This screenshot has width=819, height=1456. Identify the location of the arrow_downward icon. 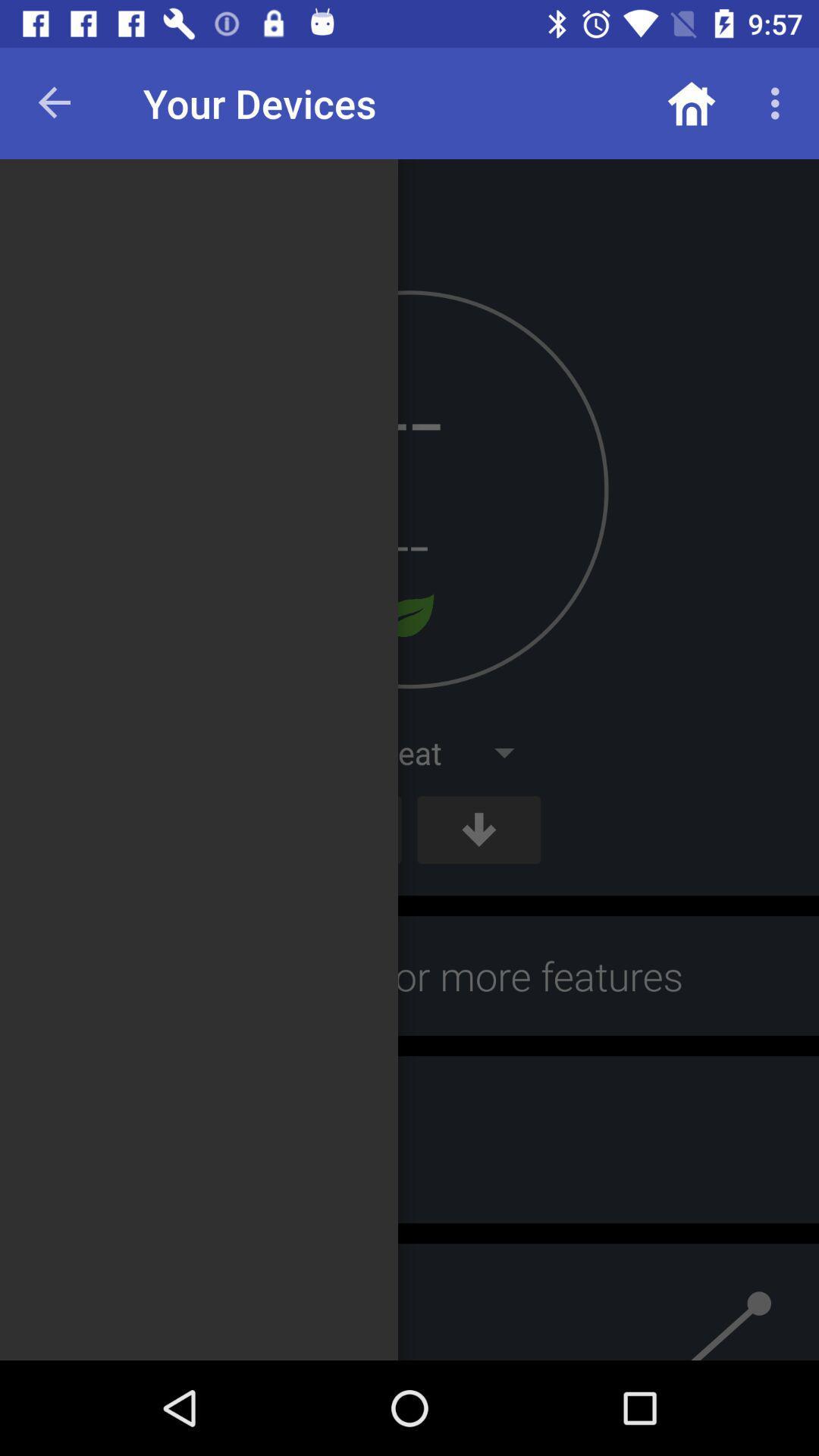
(479, 829).